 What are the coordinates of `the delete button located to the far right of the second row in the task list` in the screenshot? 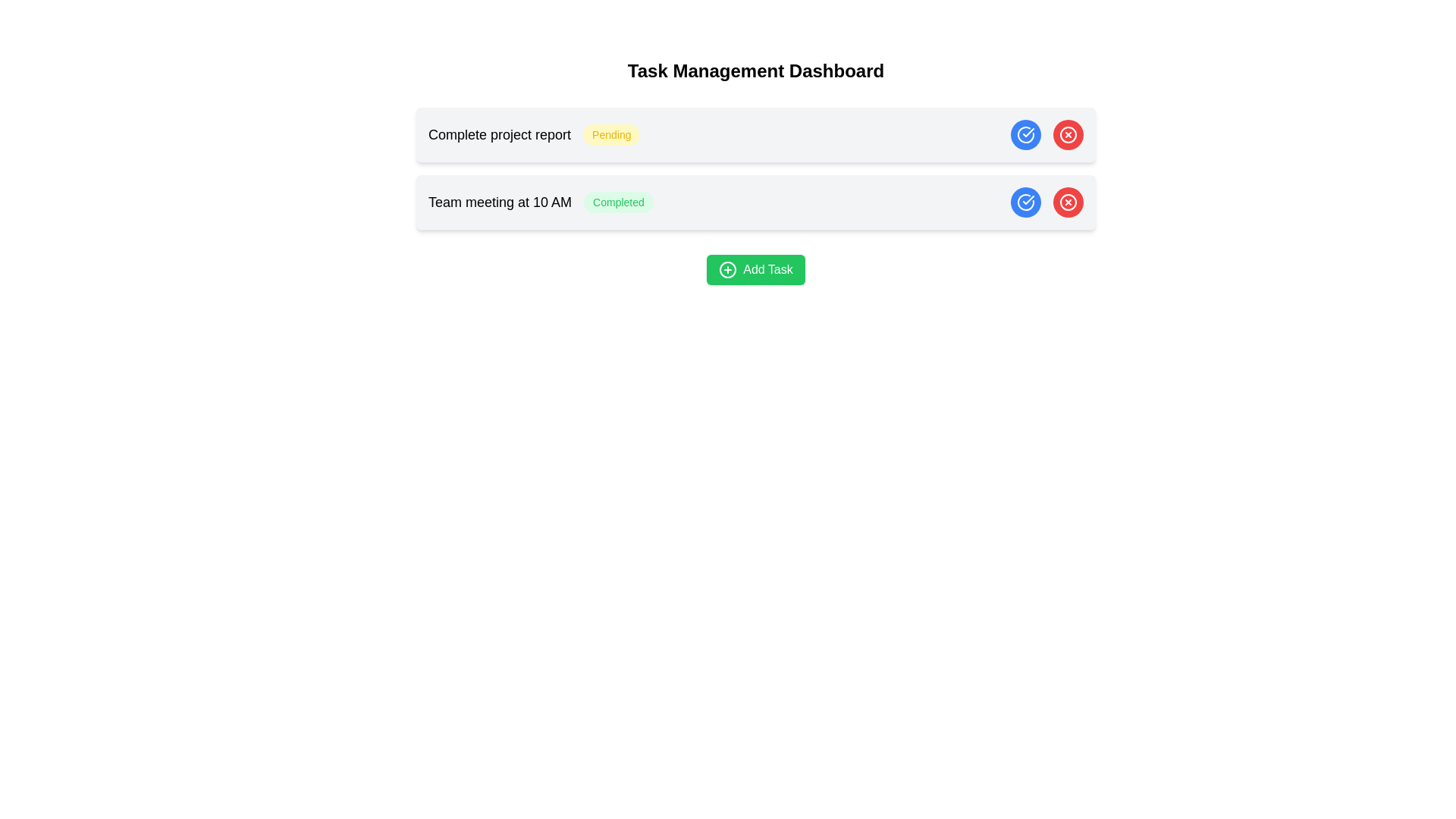 It's located at (1068, 133).